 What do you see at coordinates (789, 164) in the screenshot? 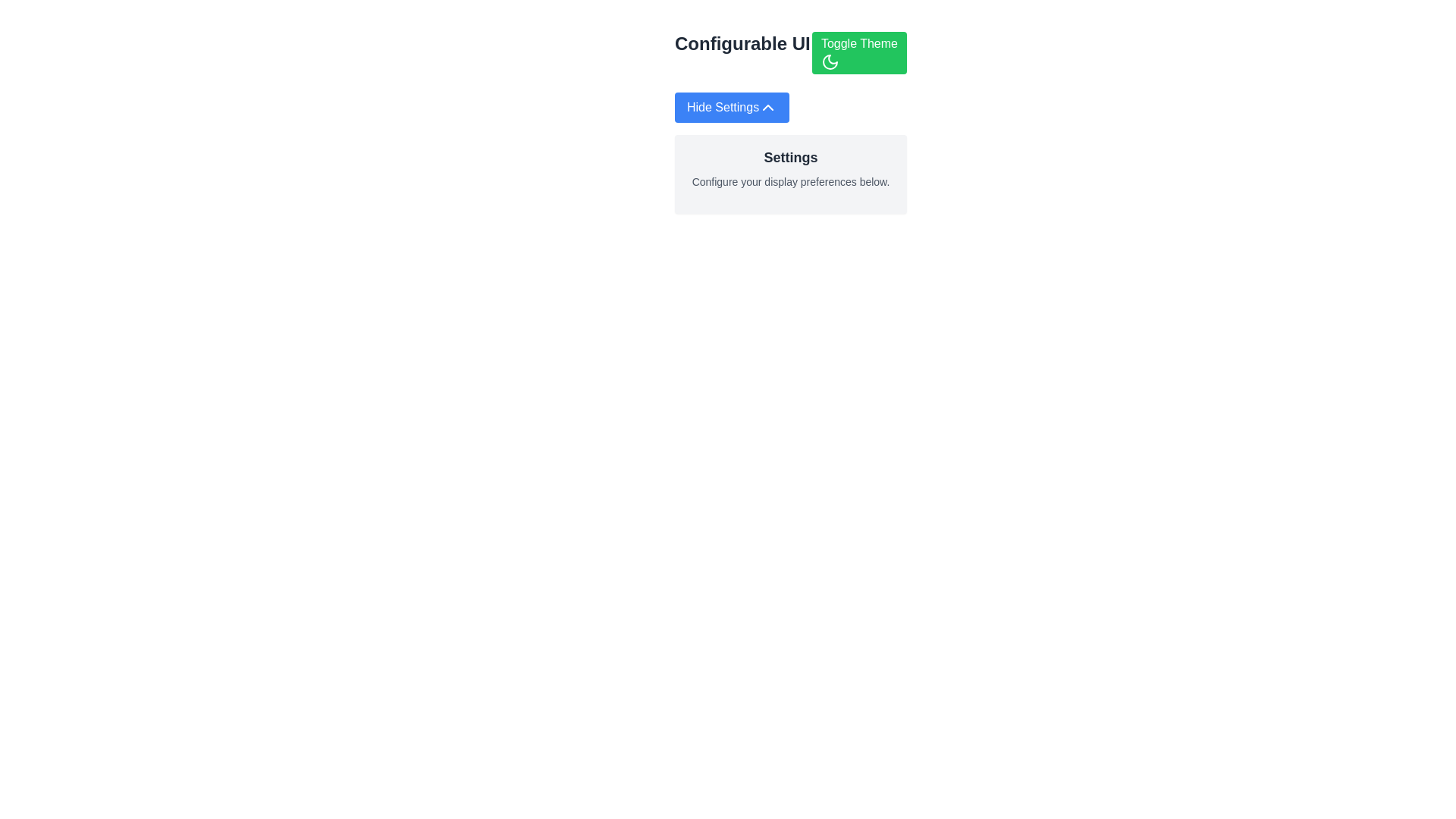
I see `the light-gray informational panel containing the bold 'Settings' text and the smaller 'Configure your display preferences below' text, which is located below the blue 'Hide Settings' button` at bounding box center [789, 164].